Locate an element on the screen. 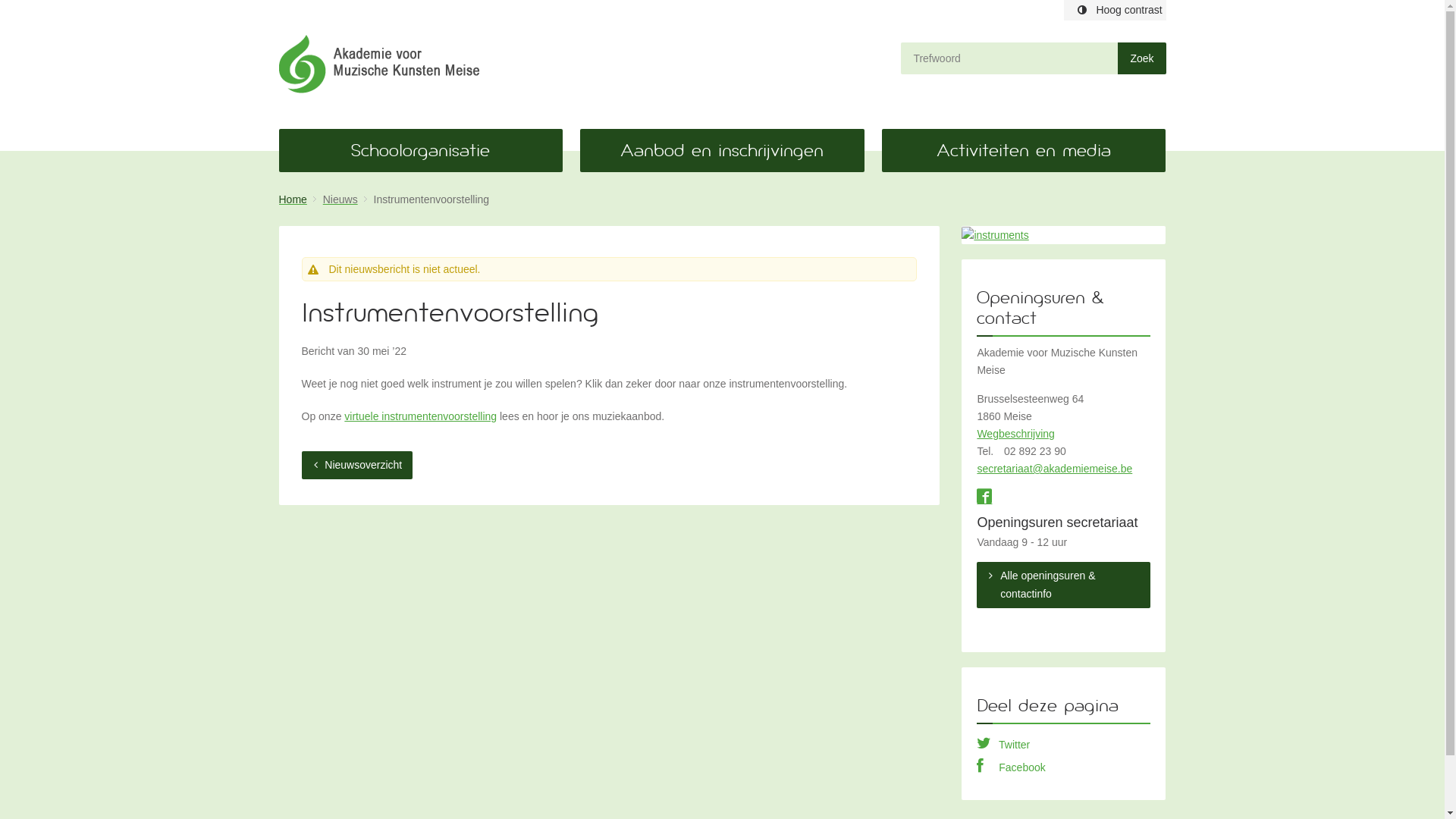 This screenshot has height=819, width=1456. 'Facebook' is located at coordinates (1011, 767).